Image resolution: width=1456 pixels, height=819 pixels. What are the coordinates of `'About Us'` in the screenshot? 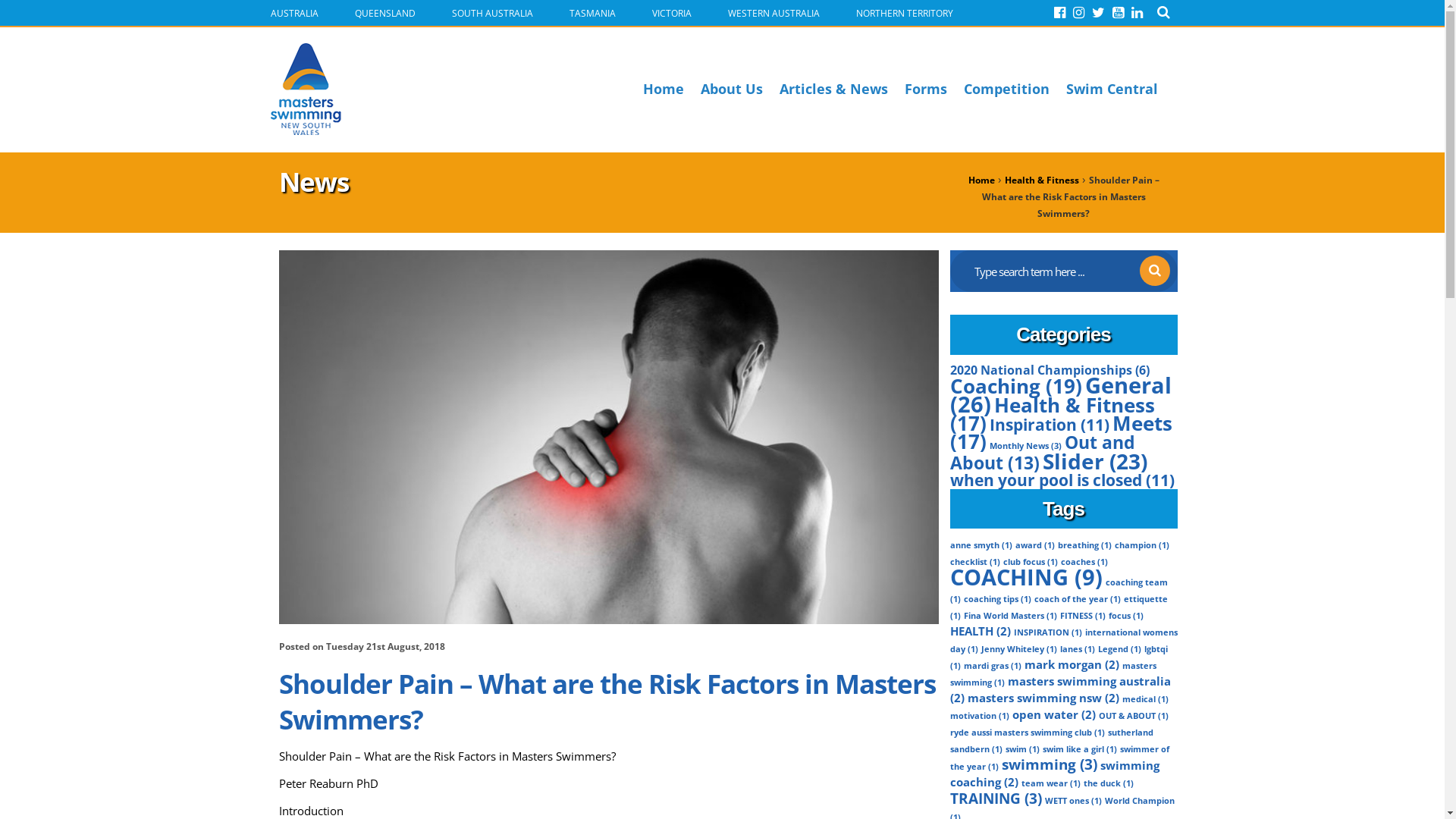 It's located at (731, 88).